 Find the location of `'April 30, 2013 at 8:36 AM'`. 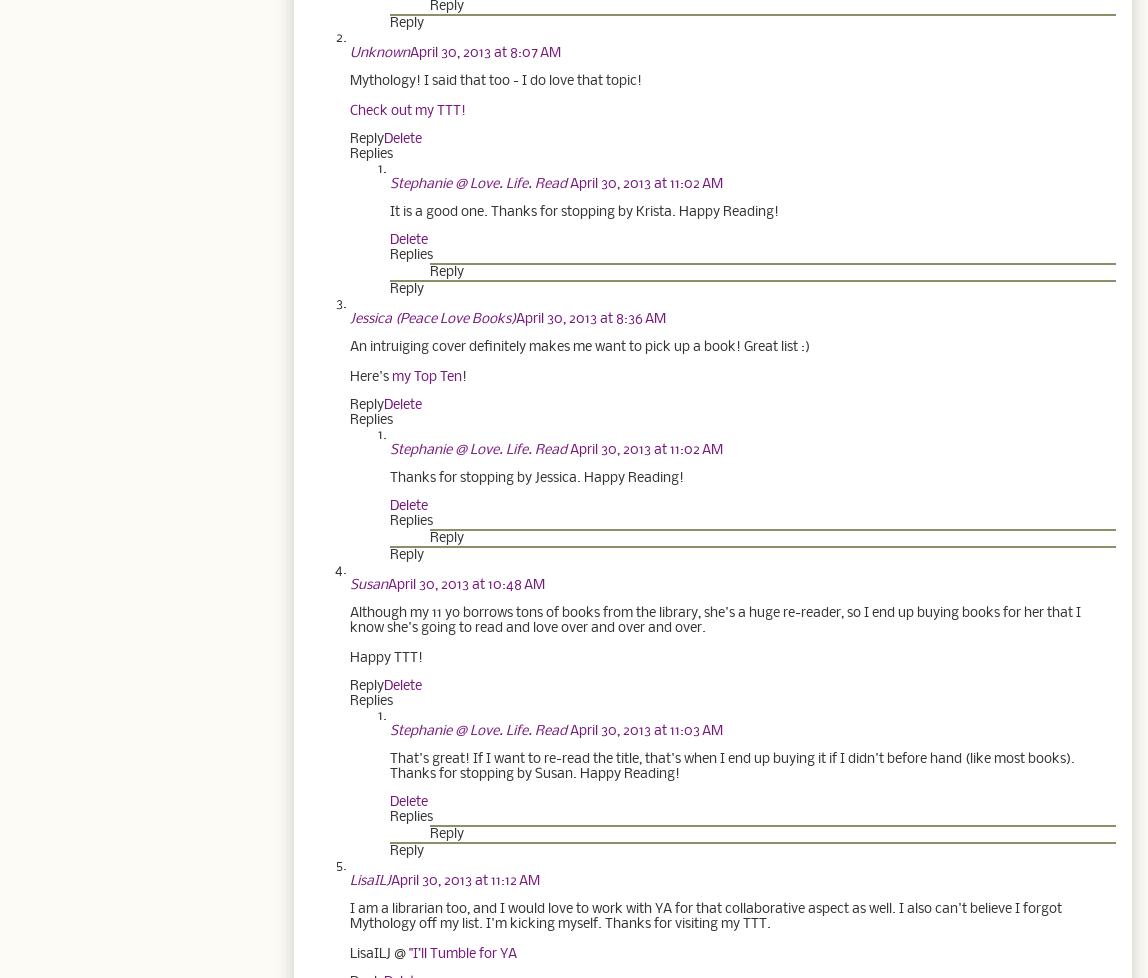

'April 30, 2013 at 8:36 AM' is located at coordinates (590, 317).